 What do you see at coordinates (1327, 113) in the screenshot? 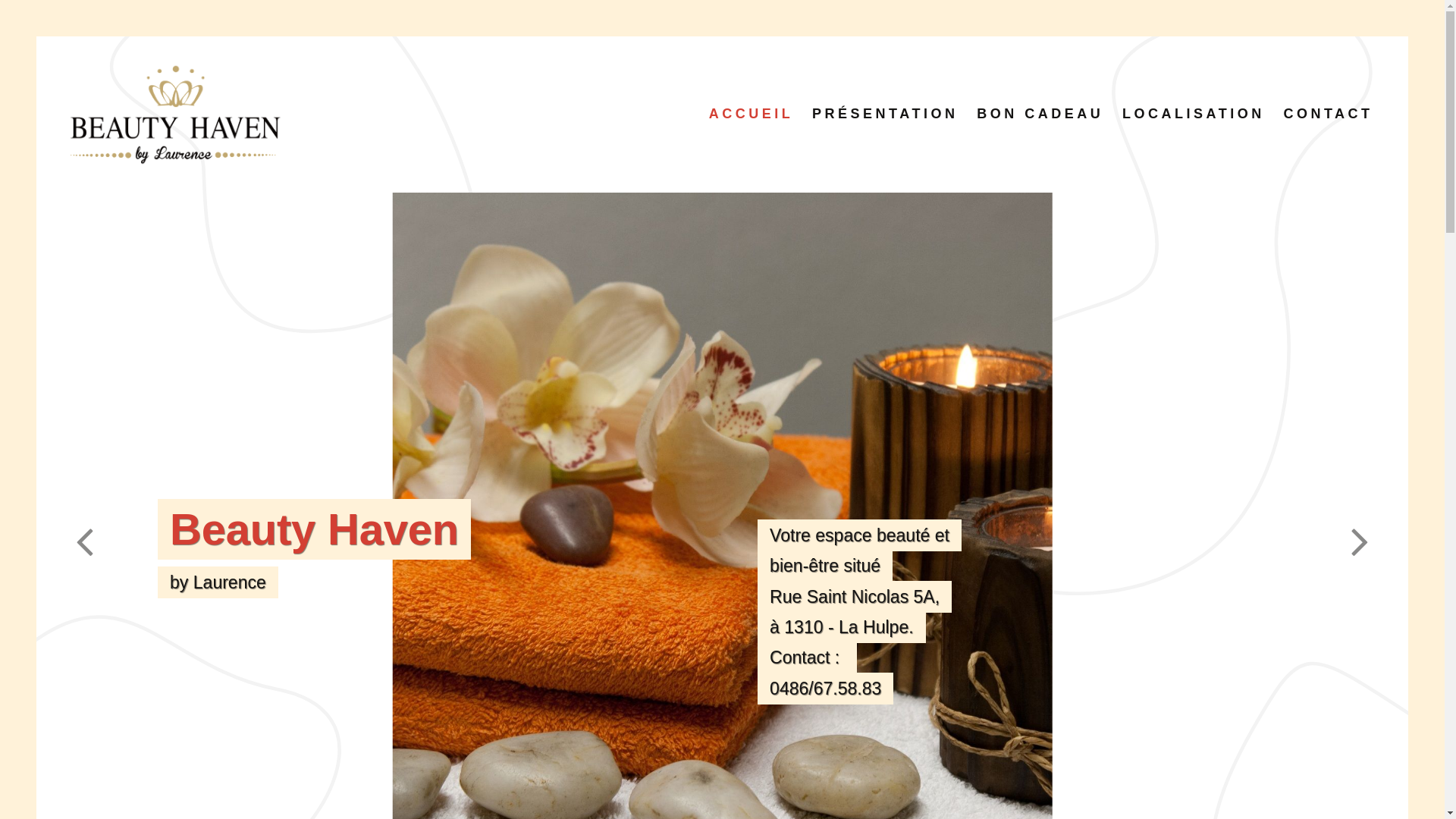
I see `'CONTACT'` at bounding box center [1327, 113].